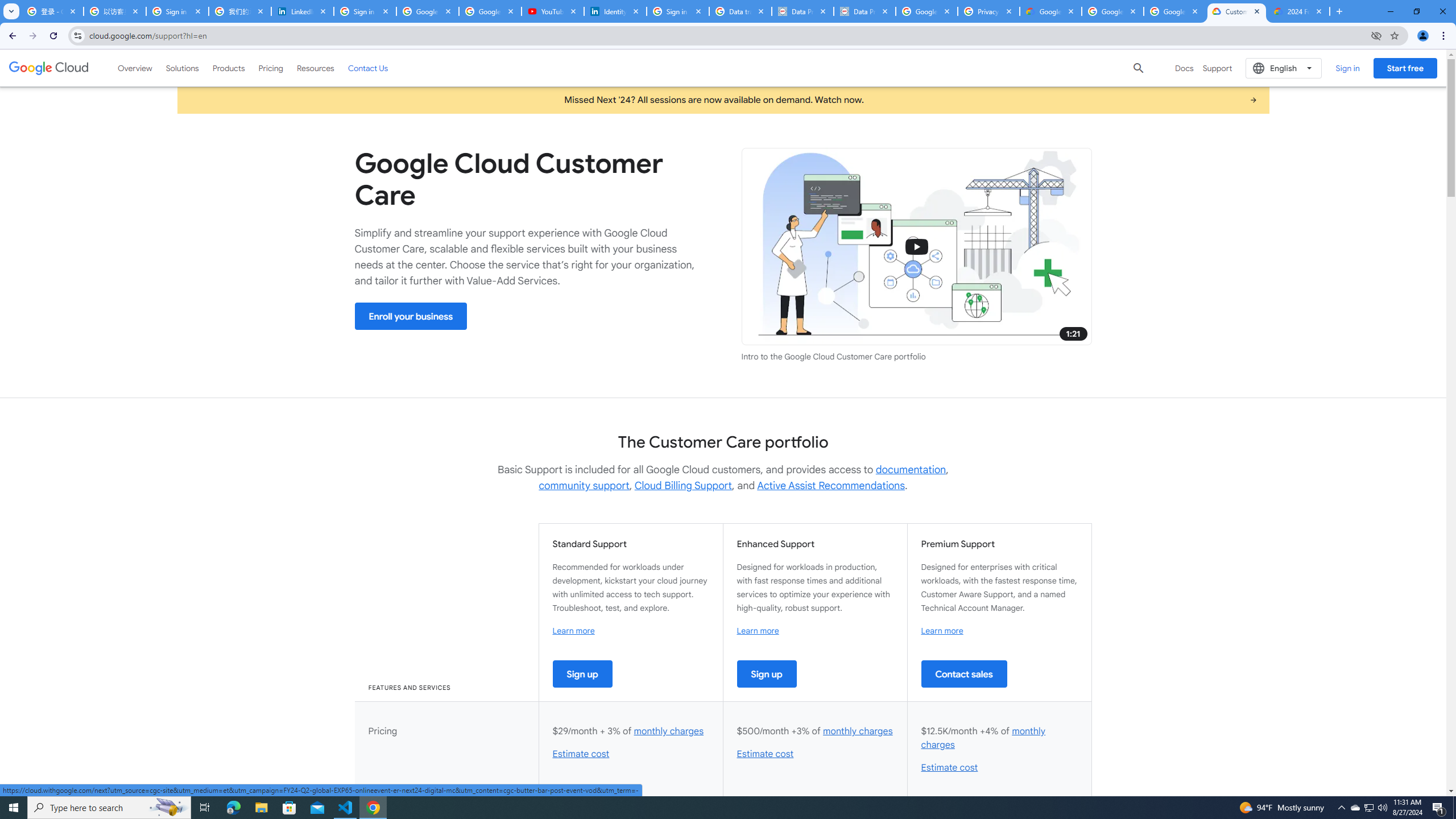 The height and width of the screenshot is (819, 1456). Describe the element at coordinates (949, 767) in the screenshot. I see `'Estimate cost'` at that location.